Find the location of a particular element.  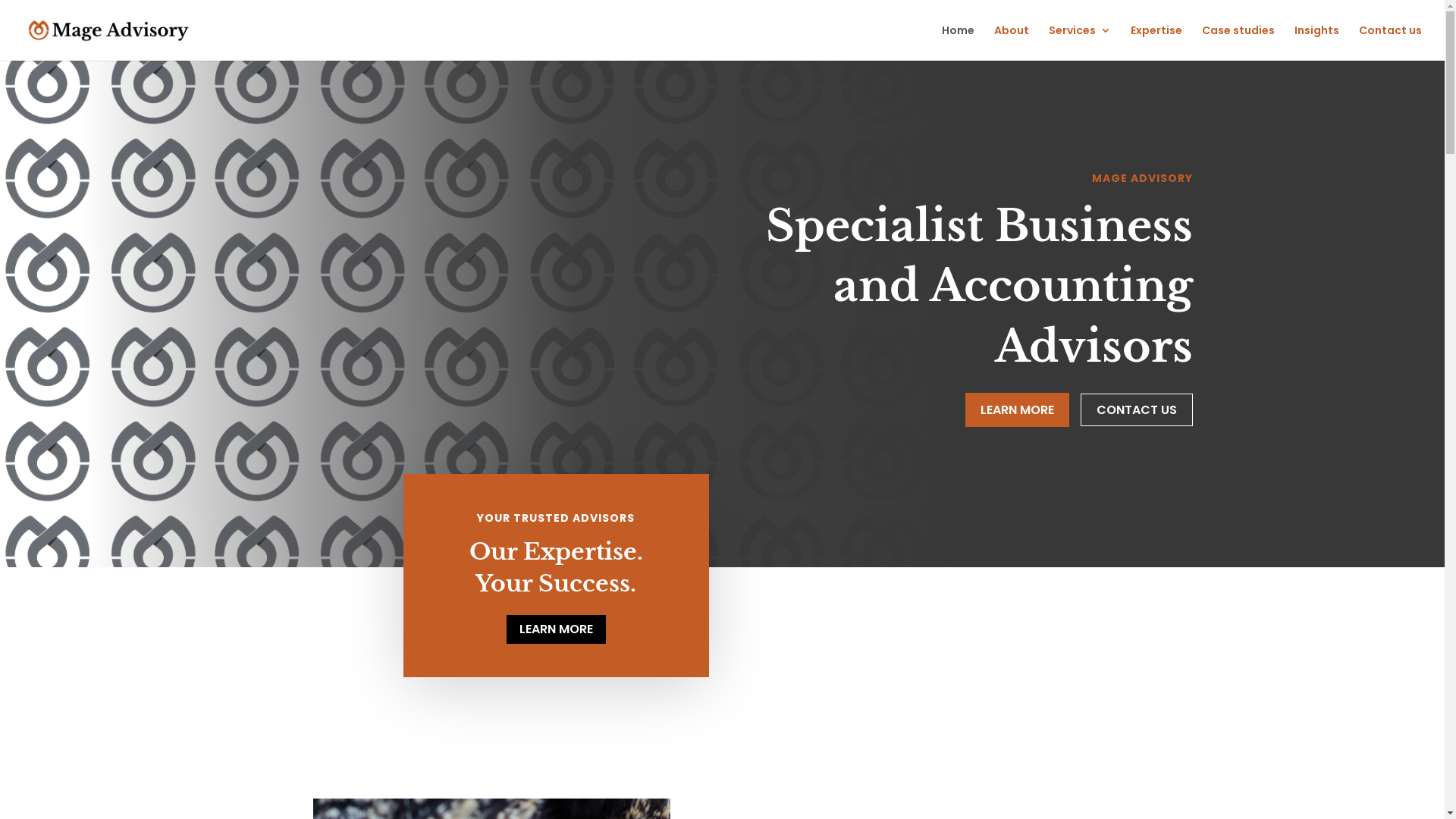

'Insights' is located at coordinates (1316, 42).